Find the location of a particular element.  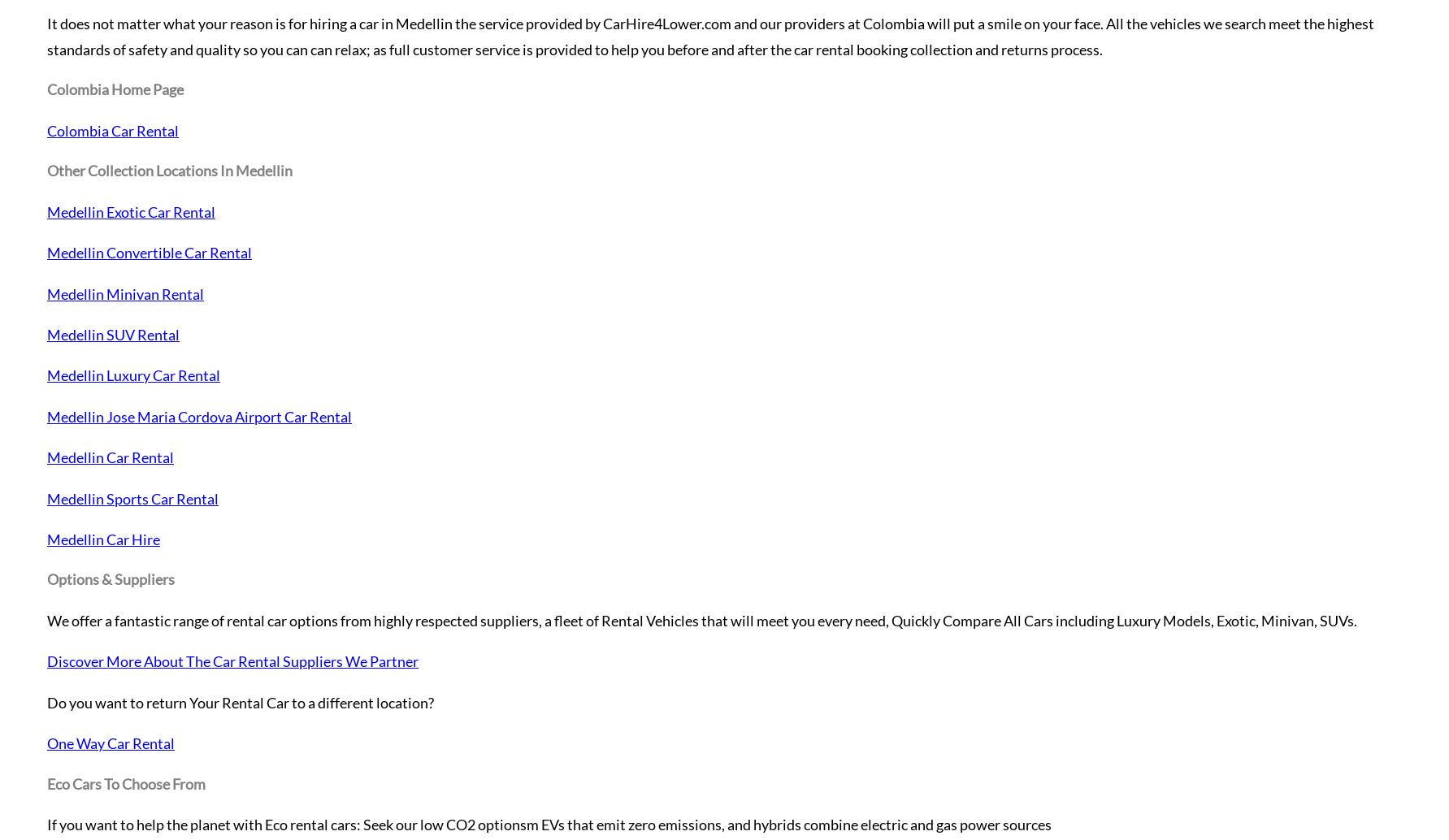

'Medellin Luxury Car Rental' is located at coordinates (132, 374).